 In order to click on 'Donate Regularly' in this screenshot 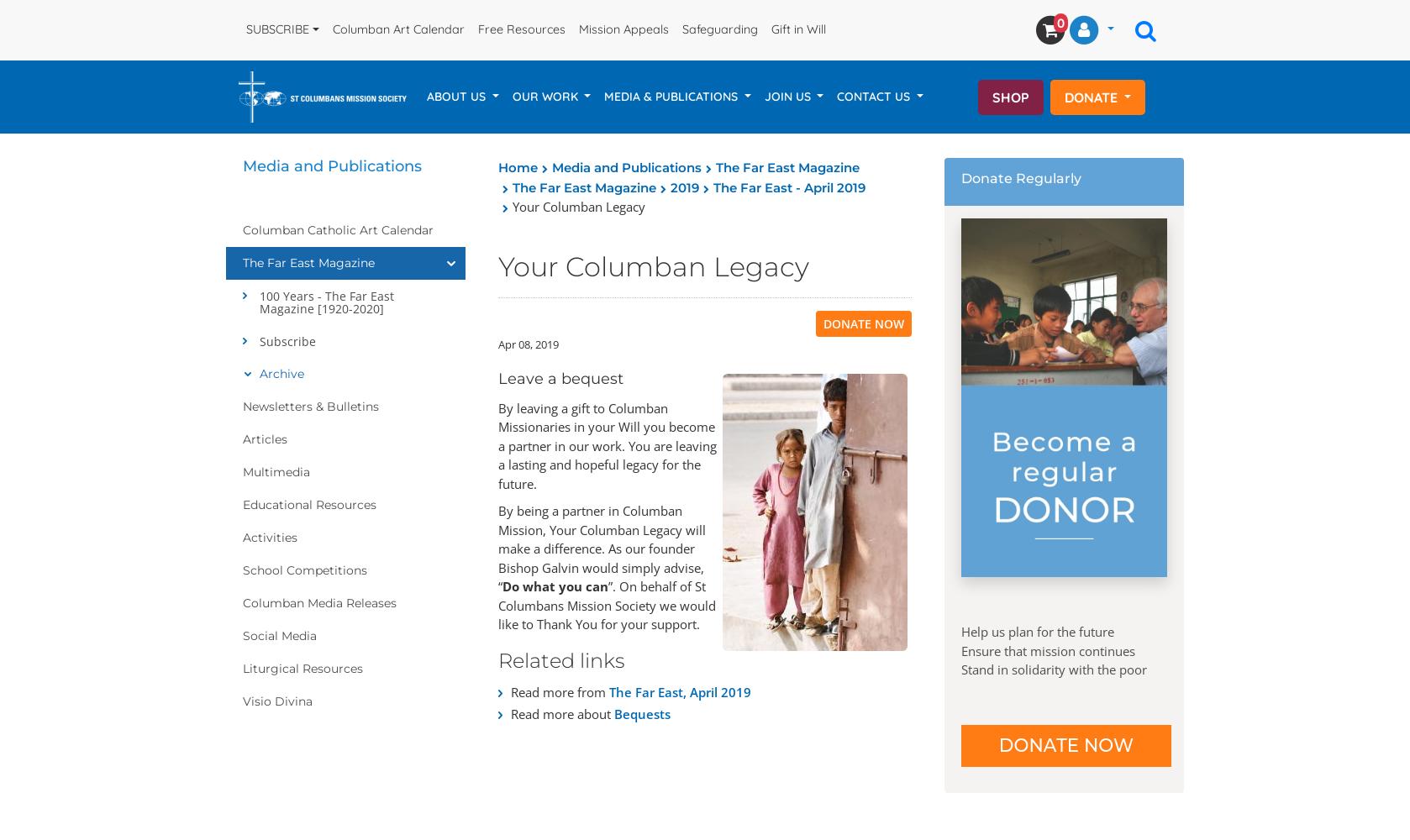, I will do `click(1021, 177)`.